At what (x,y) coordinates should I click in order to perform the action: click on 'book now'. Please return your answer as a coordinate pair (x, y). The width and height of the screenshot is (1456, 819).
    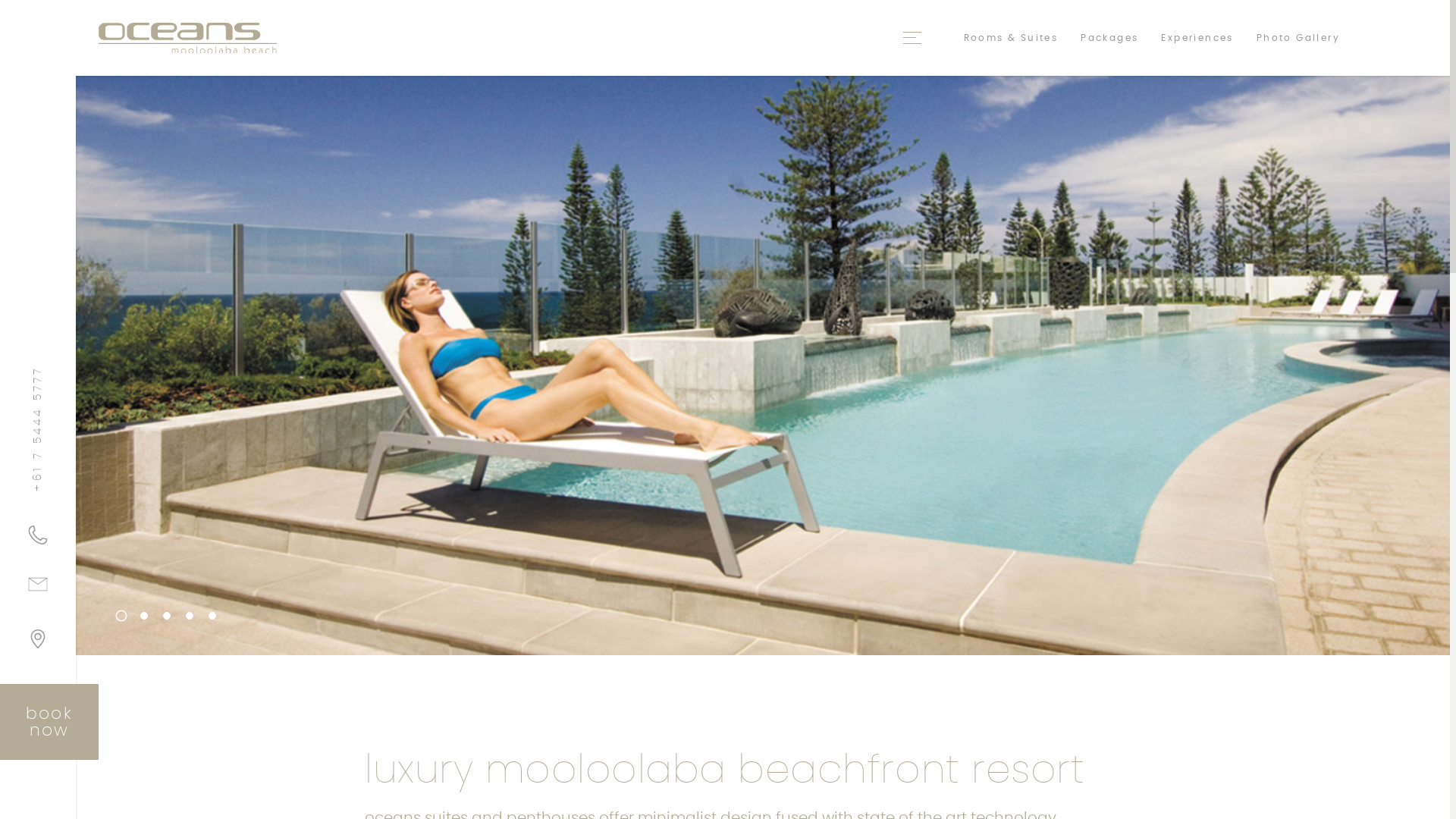
    Looking at the image, I should click on (0, 721).